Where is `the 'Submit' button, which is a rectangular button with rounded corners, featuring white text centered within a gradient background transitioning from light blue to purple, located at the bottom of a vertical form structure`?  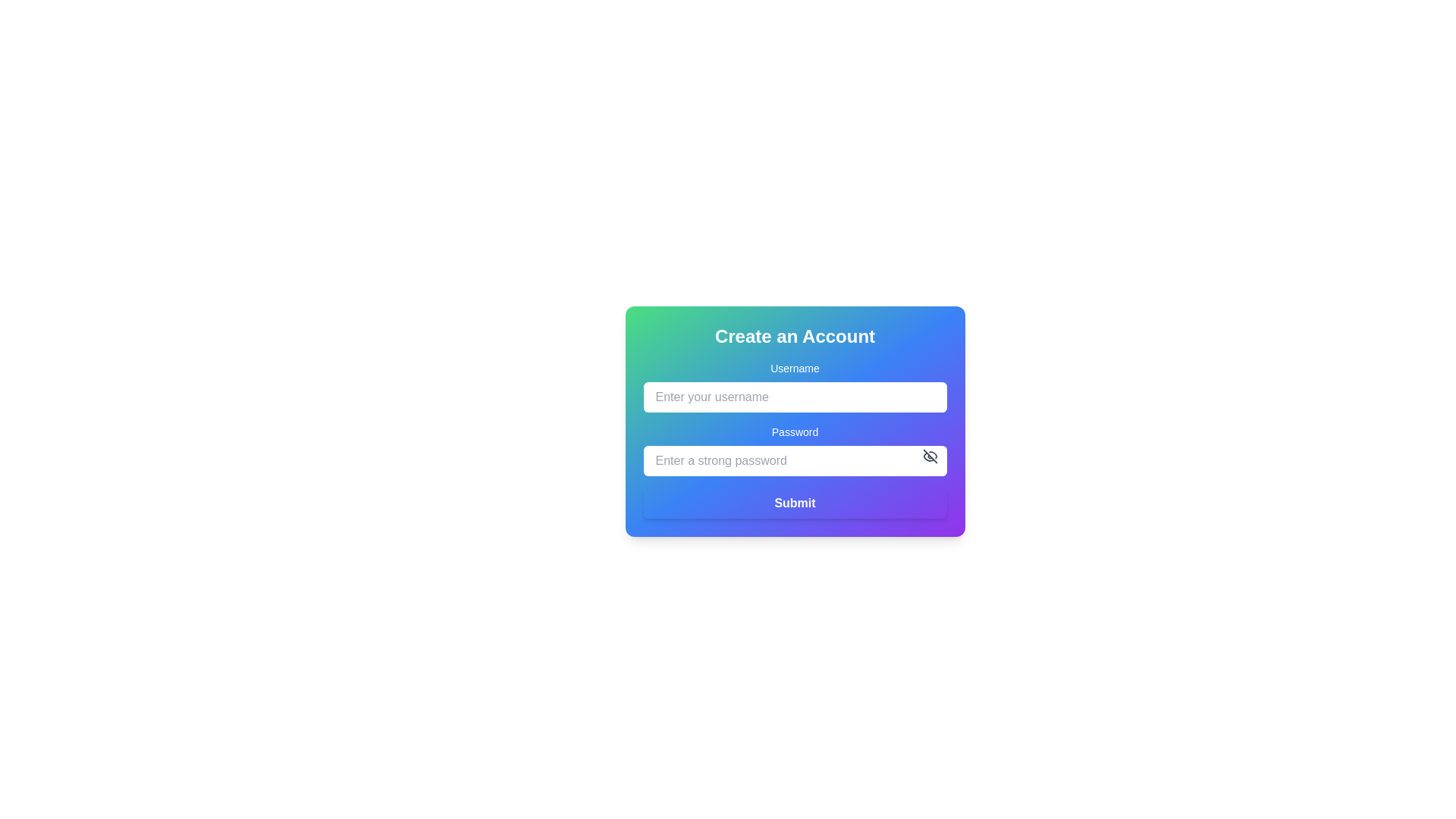
the 'Submit' button, which is a rectangular button with rounded corners, featuring white text centered within a gradient background transitioning from light blue to purple, located at the bottom of a vertical form structure is located at coordinates (794, 503).